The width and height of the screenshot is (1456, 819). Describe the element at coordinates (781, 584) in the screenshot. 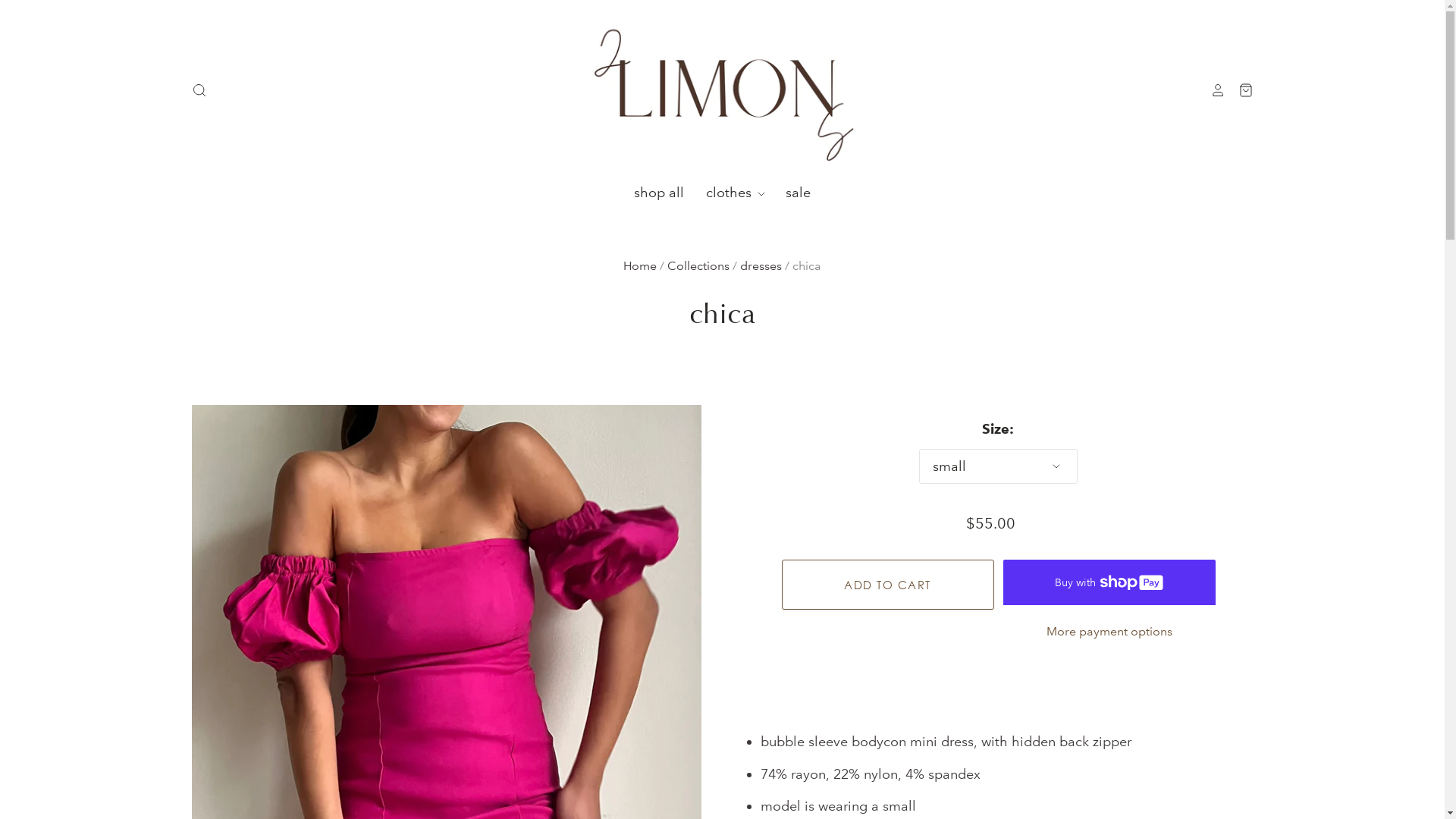

I see `'Add to cart'` at that location.